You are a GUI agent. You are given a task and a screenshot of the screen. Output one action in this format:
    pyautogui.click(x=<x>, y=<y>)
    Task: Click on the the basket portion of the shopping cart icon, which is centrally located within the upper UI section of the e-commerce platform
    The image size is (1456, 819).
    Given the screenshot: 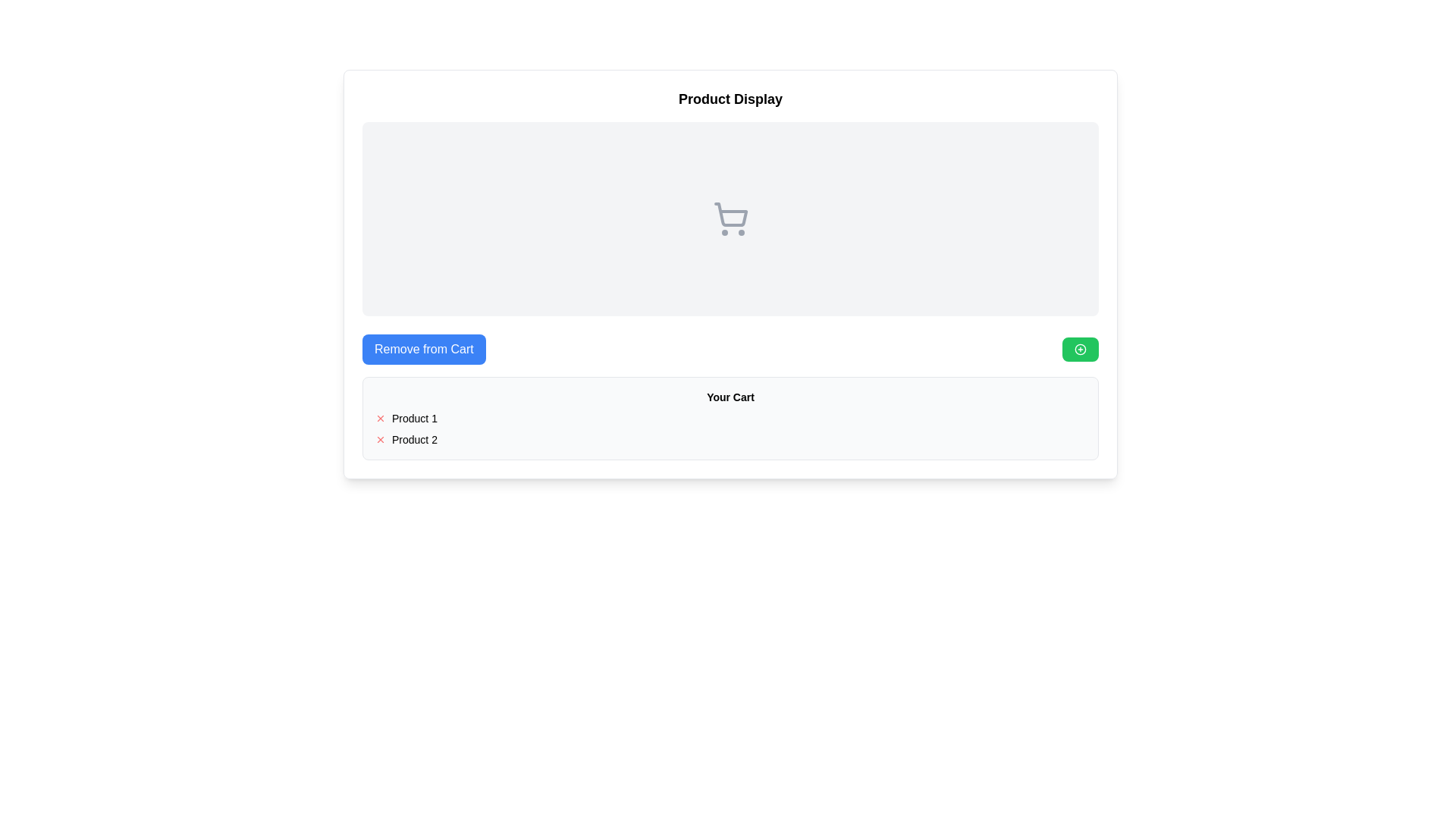 What is the action you would take?
    pyautogui.click(x=730, y=215)
    